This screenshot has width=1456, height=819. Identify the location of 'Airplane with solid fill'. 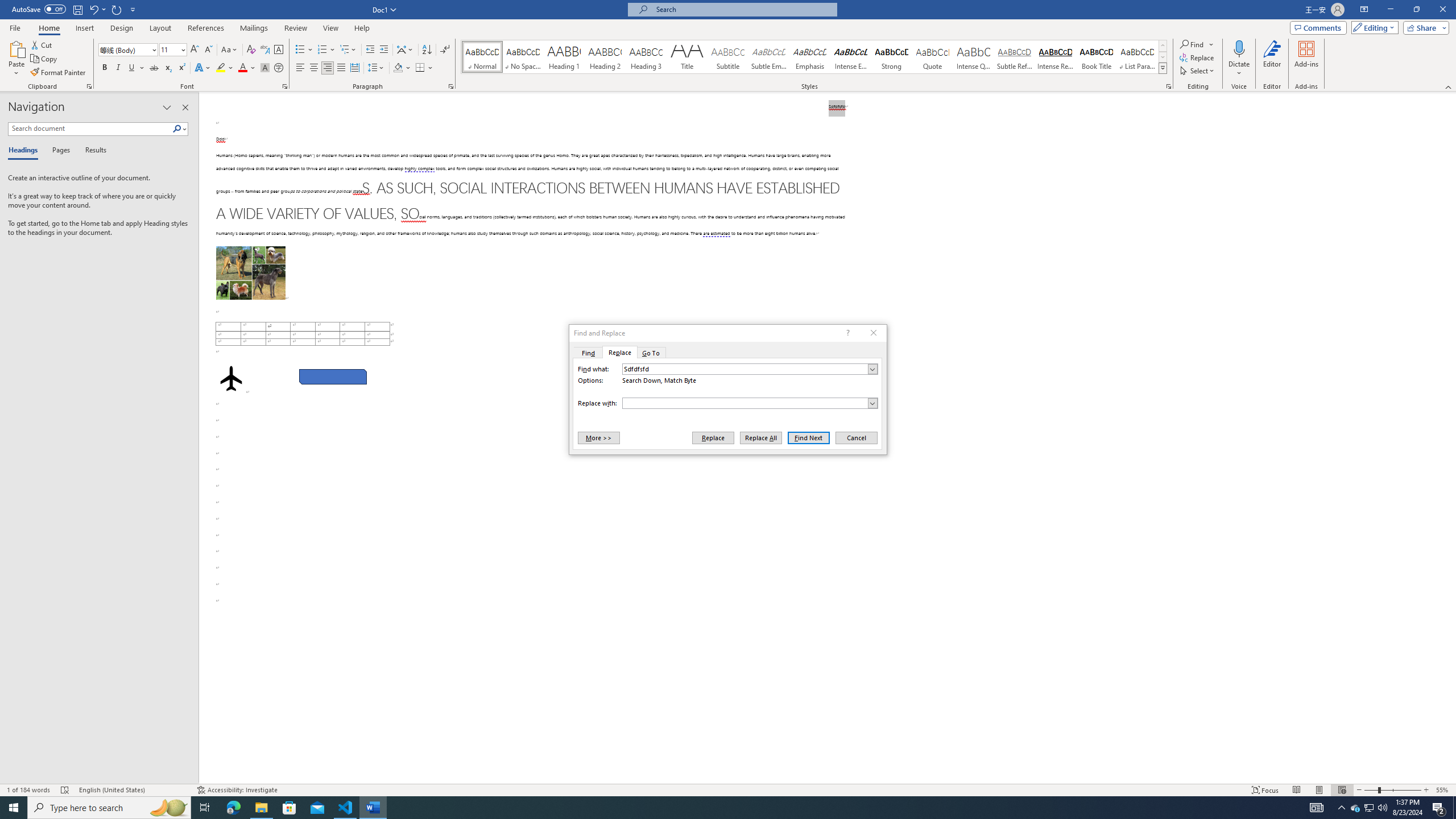
(230, 379).